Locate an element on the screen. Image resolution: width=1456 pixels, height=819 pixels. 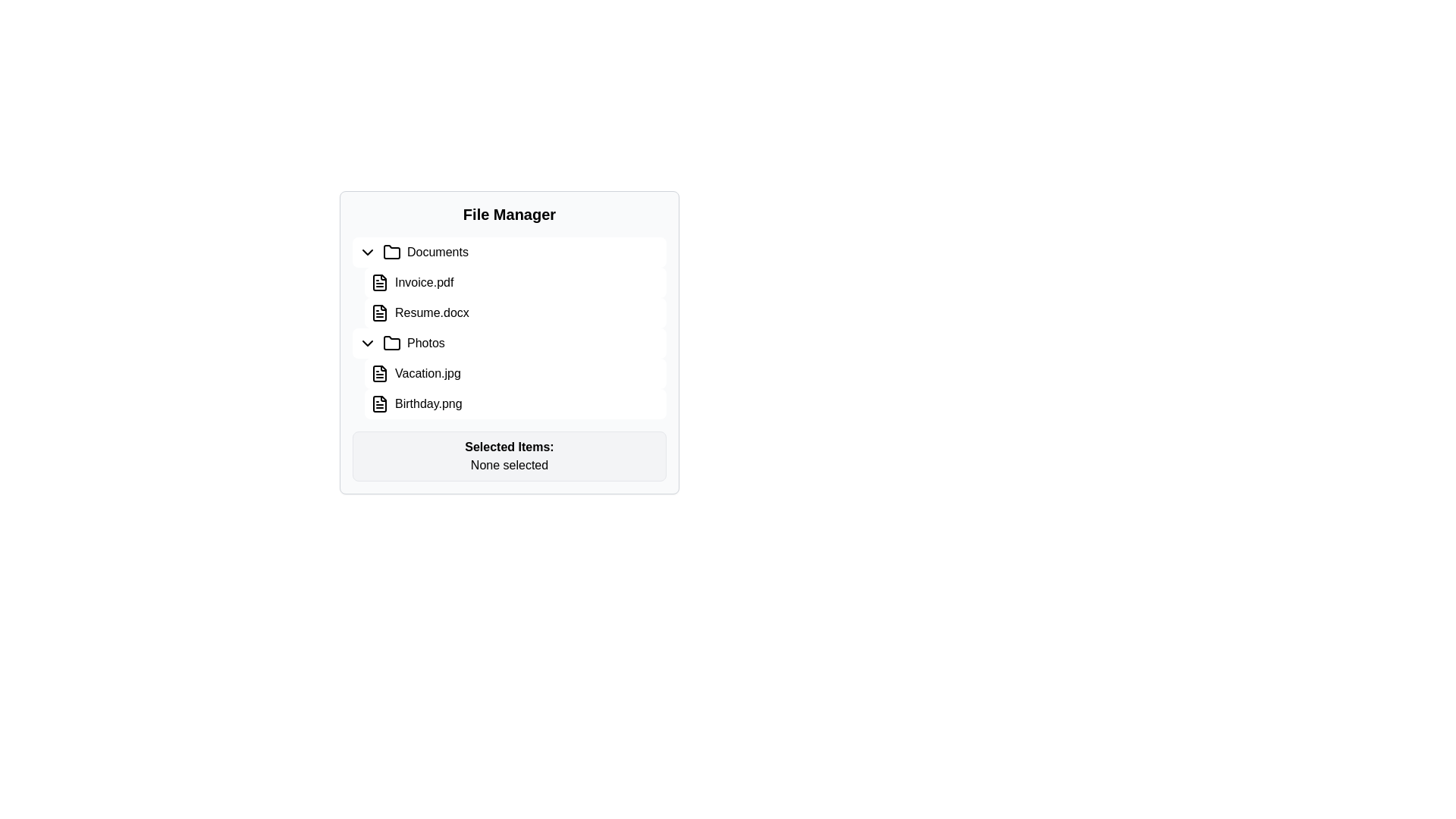
the file icon representing 'Invoice.pdf' in the file list interface of the file manager is located at coordinates (379, 283).